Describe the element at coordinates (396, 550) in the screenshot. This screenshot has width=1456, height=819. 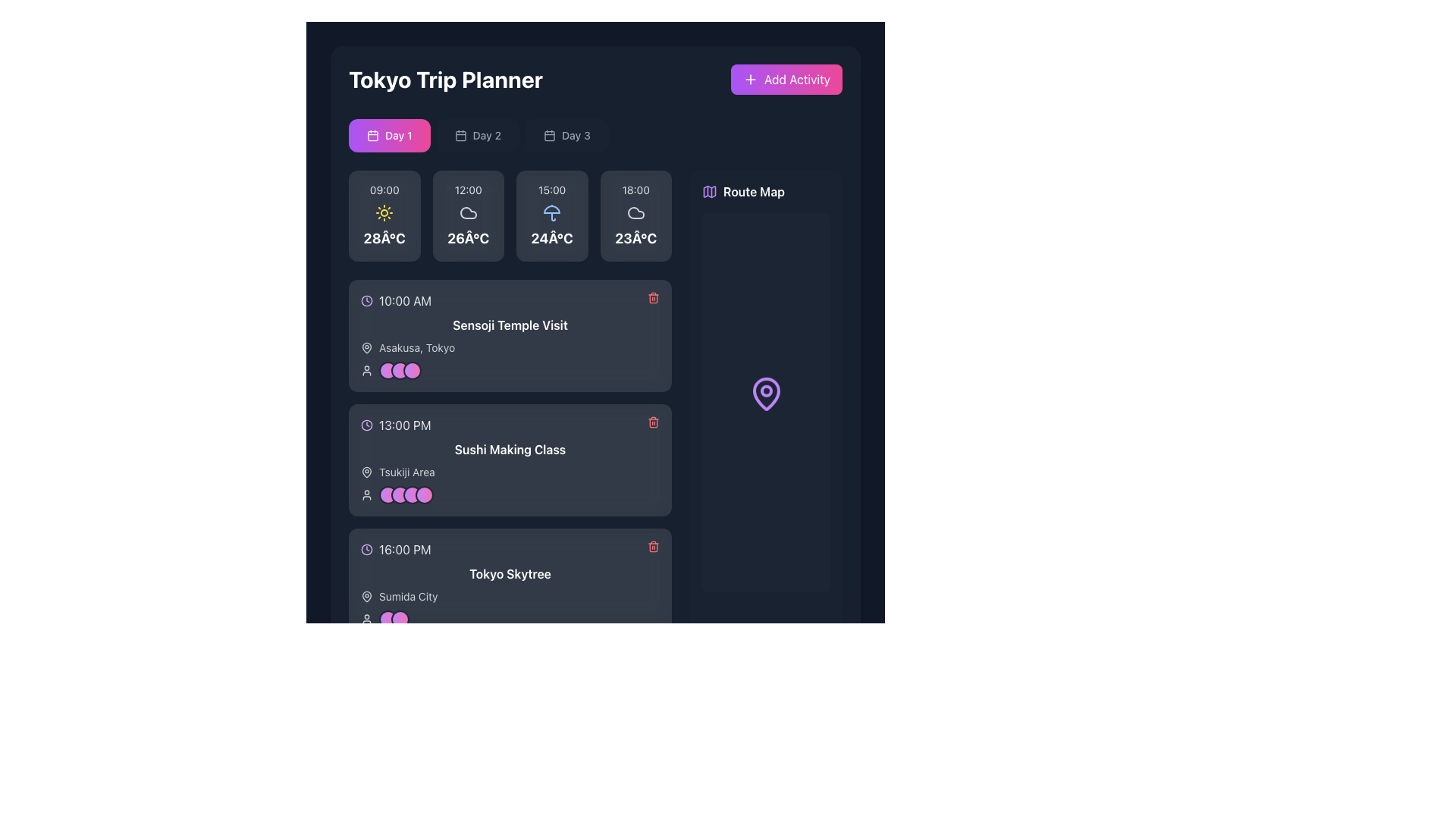
I see `the Label with icon indicating the time associated with the 'Tokyo Skytree' activity, located towards the left in the list item` at that location.